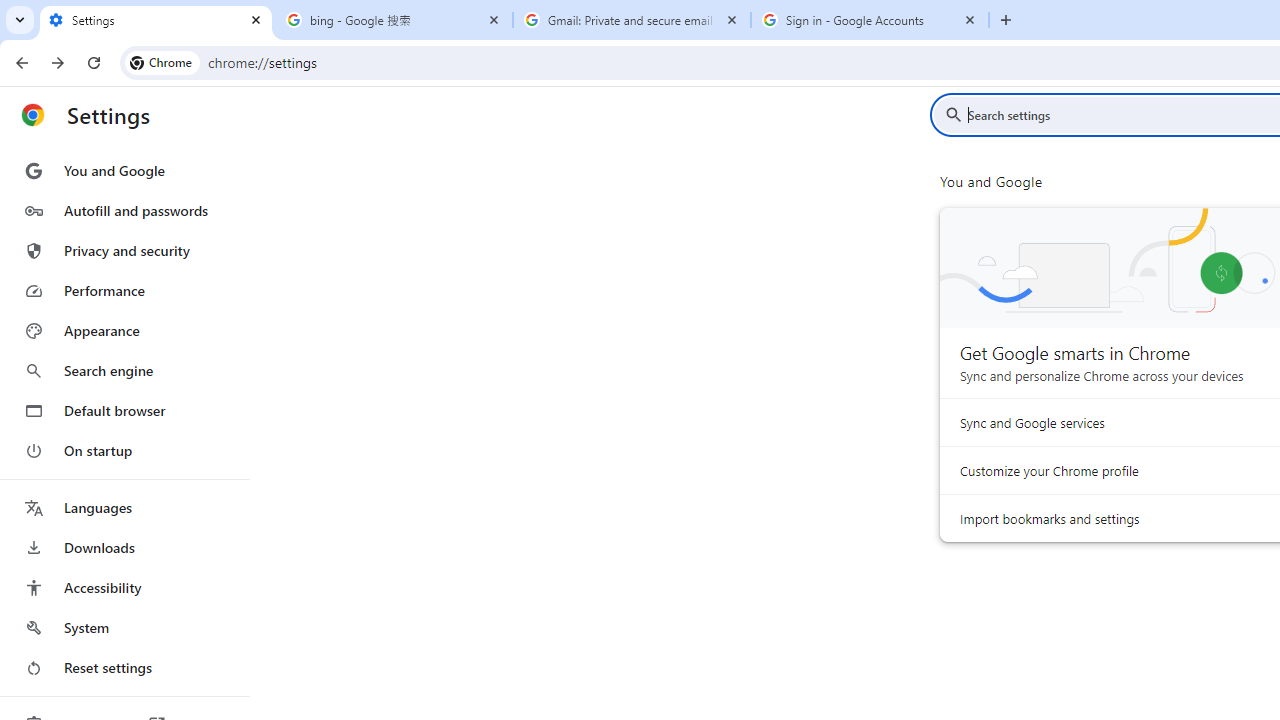 This screenshot has width=1280, height=720. What do you see at coordinates (123, 410) in the screenshot?
I see `'Default browser'` at bounding box center [123, 410].